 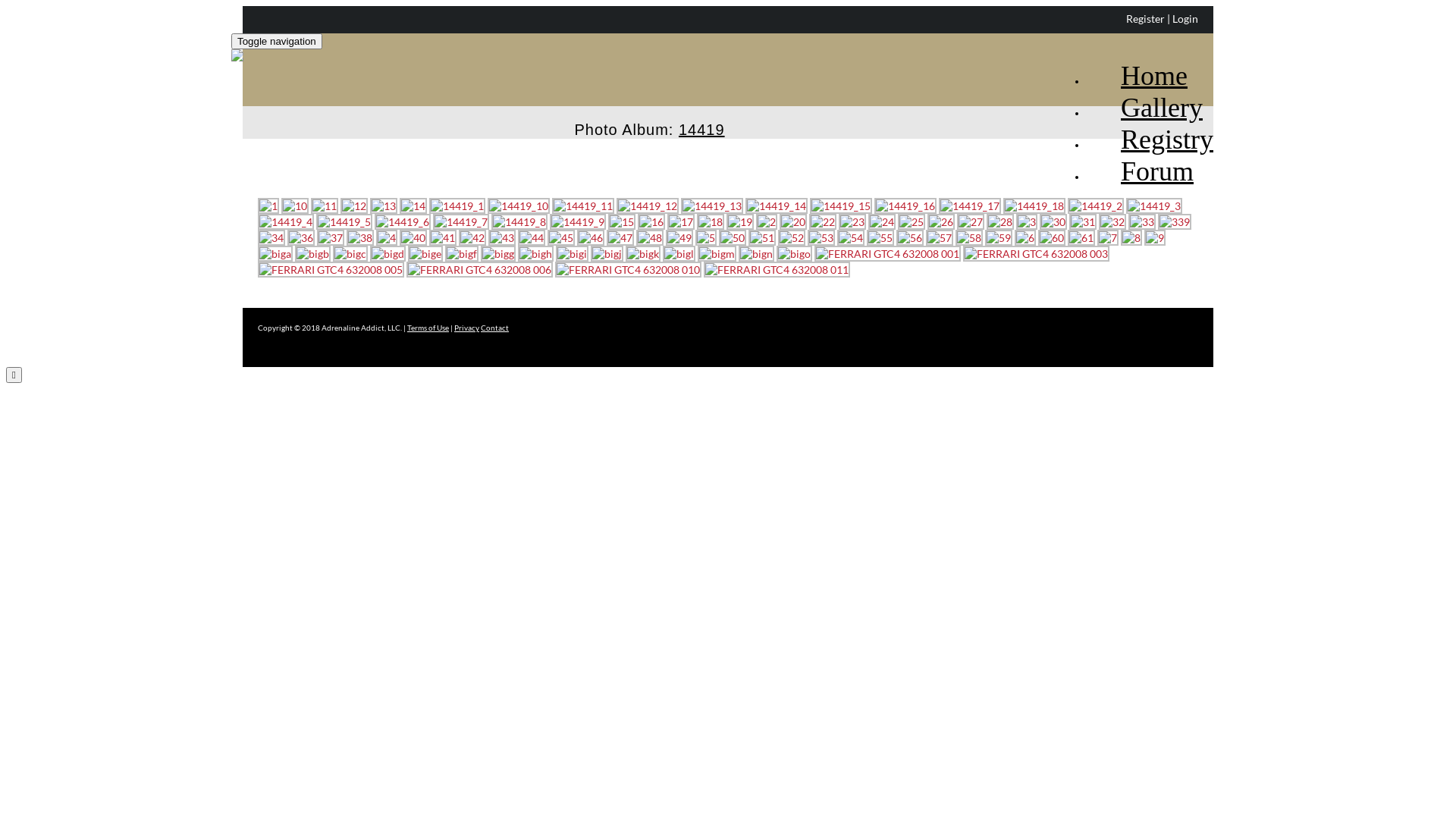 I want to click on '12 (click to enlarge)', so click(x=353, y=206).